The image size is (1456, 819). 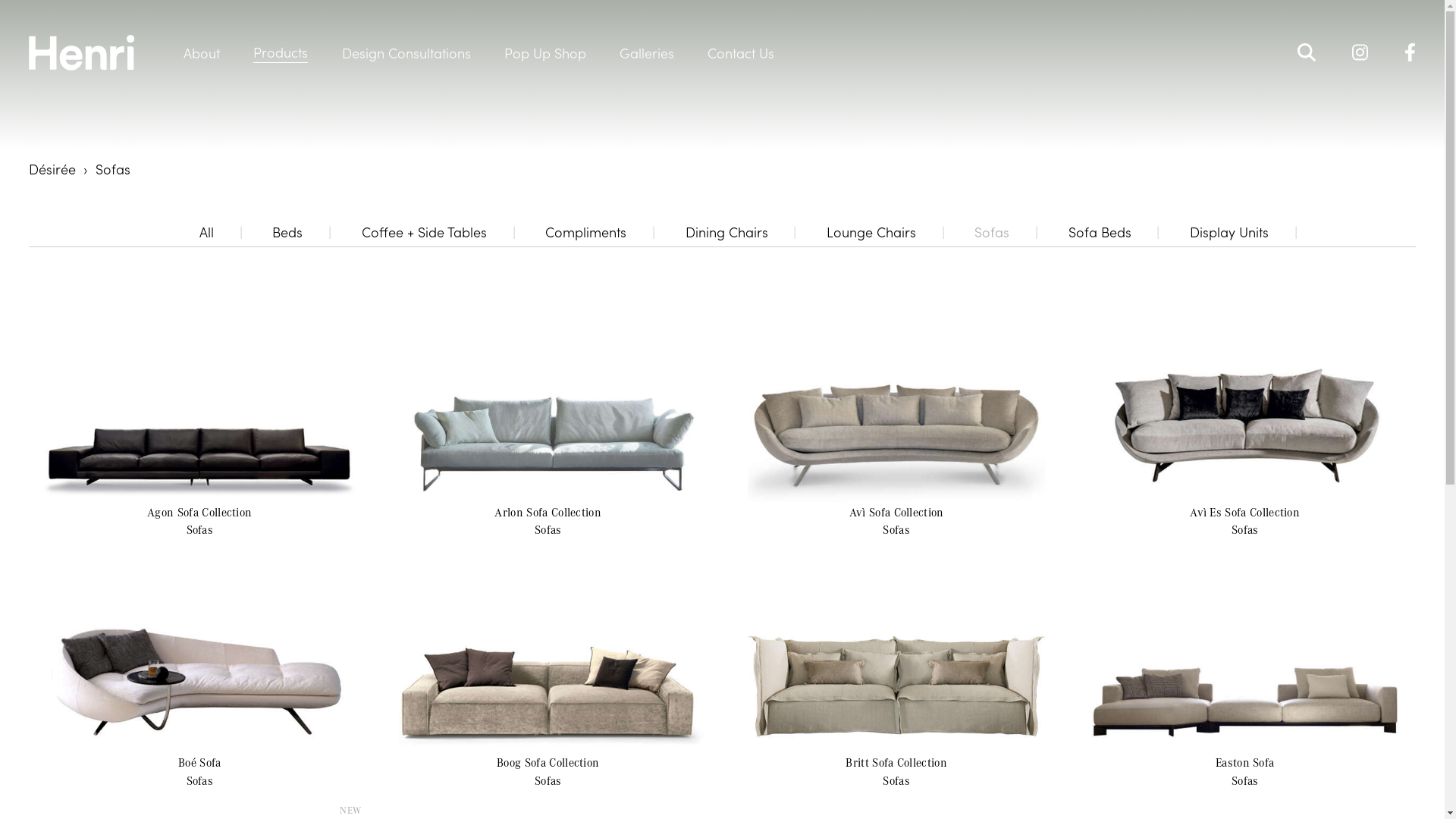 I want to click on 'Beds', so click(x=272, y=231).